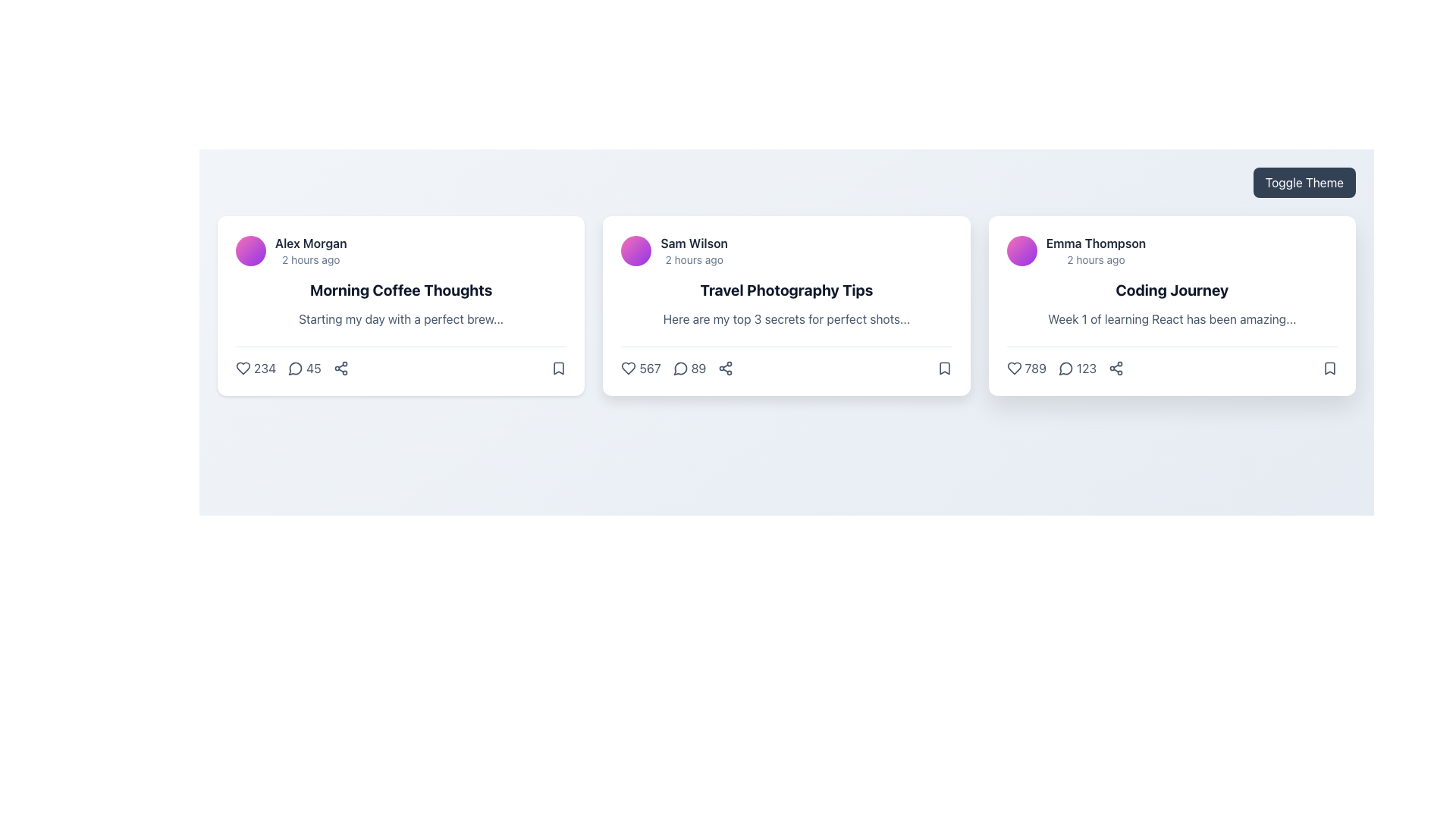 The width and height of the screenshot is (1456, 819). What do you see at coordinates (1065, 369) in the screenshot?
I see `the comment icon` at bounding box center [1065, 369].